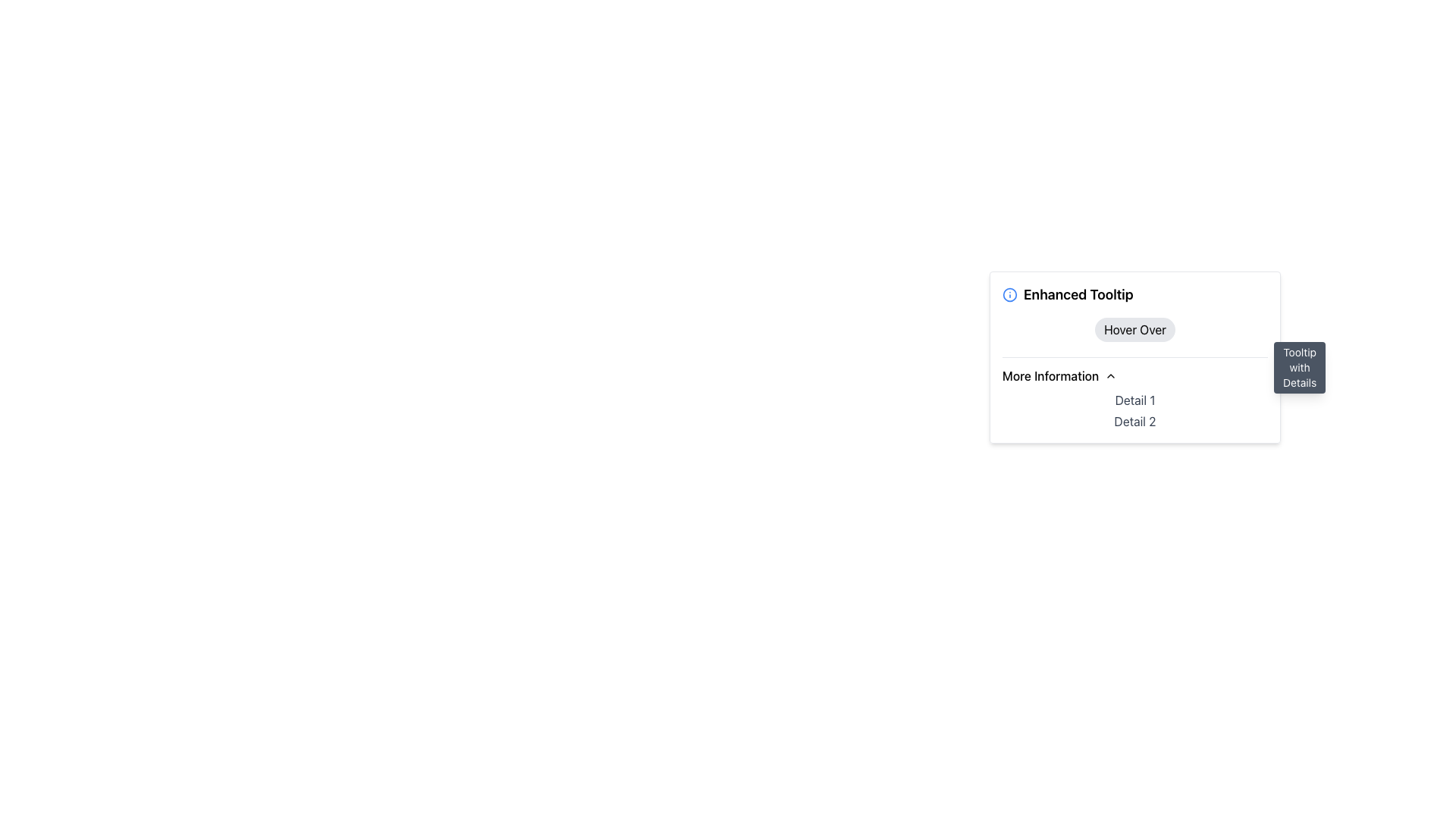 Image resolution: width=1456 pixels, height=819 pixels. I want to click on the chevron icon in the 'More Information' section under the 'Enhanced Tooltip' header, so click(1135, 393).